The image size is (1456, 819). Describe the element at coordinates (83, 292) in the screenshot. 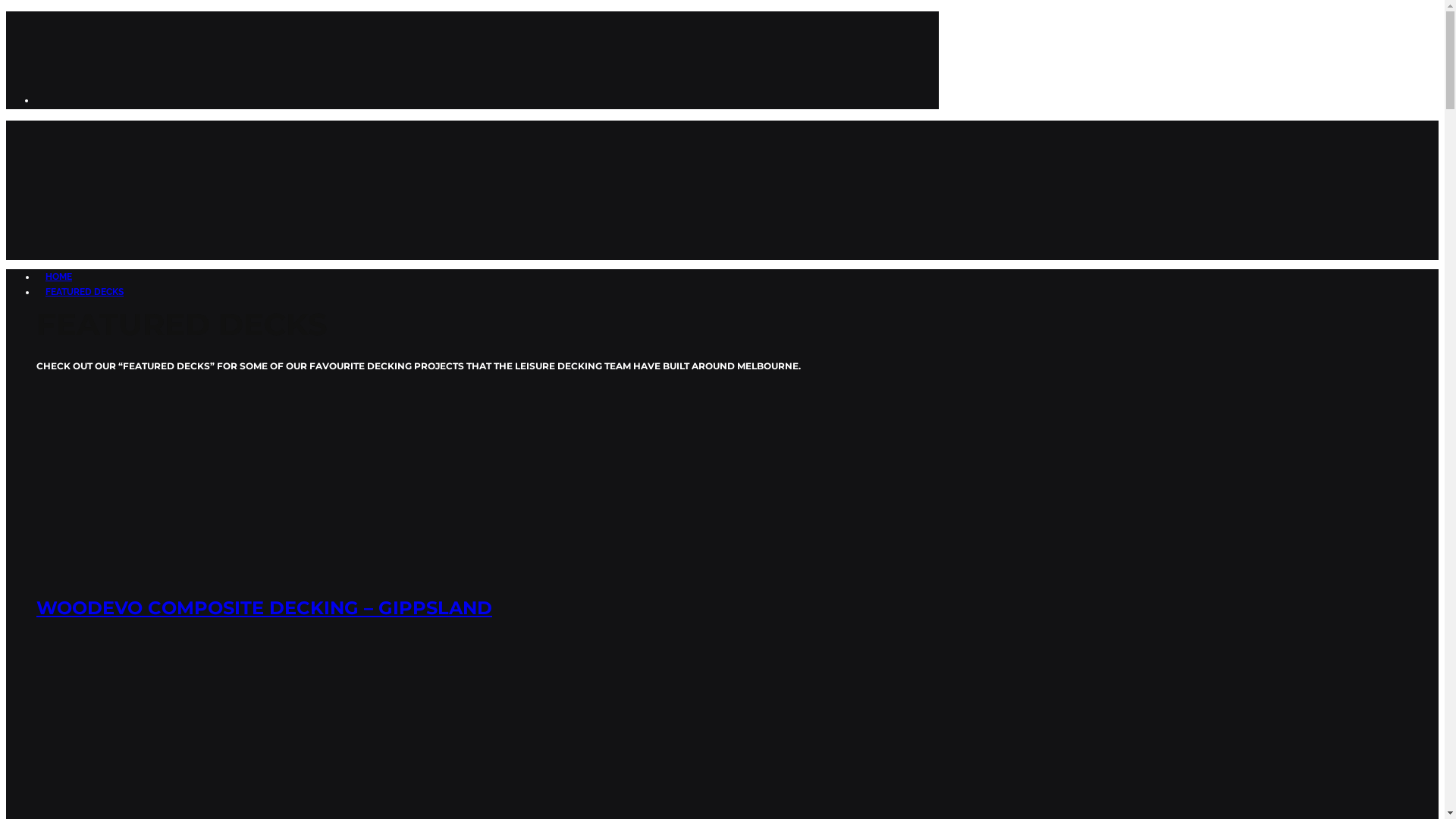

I see `'FEATURED DECKS'` at that location.